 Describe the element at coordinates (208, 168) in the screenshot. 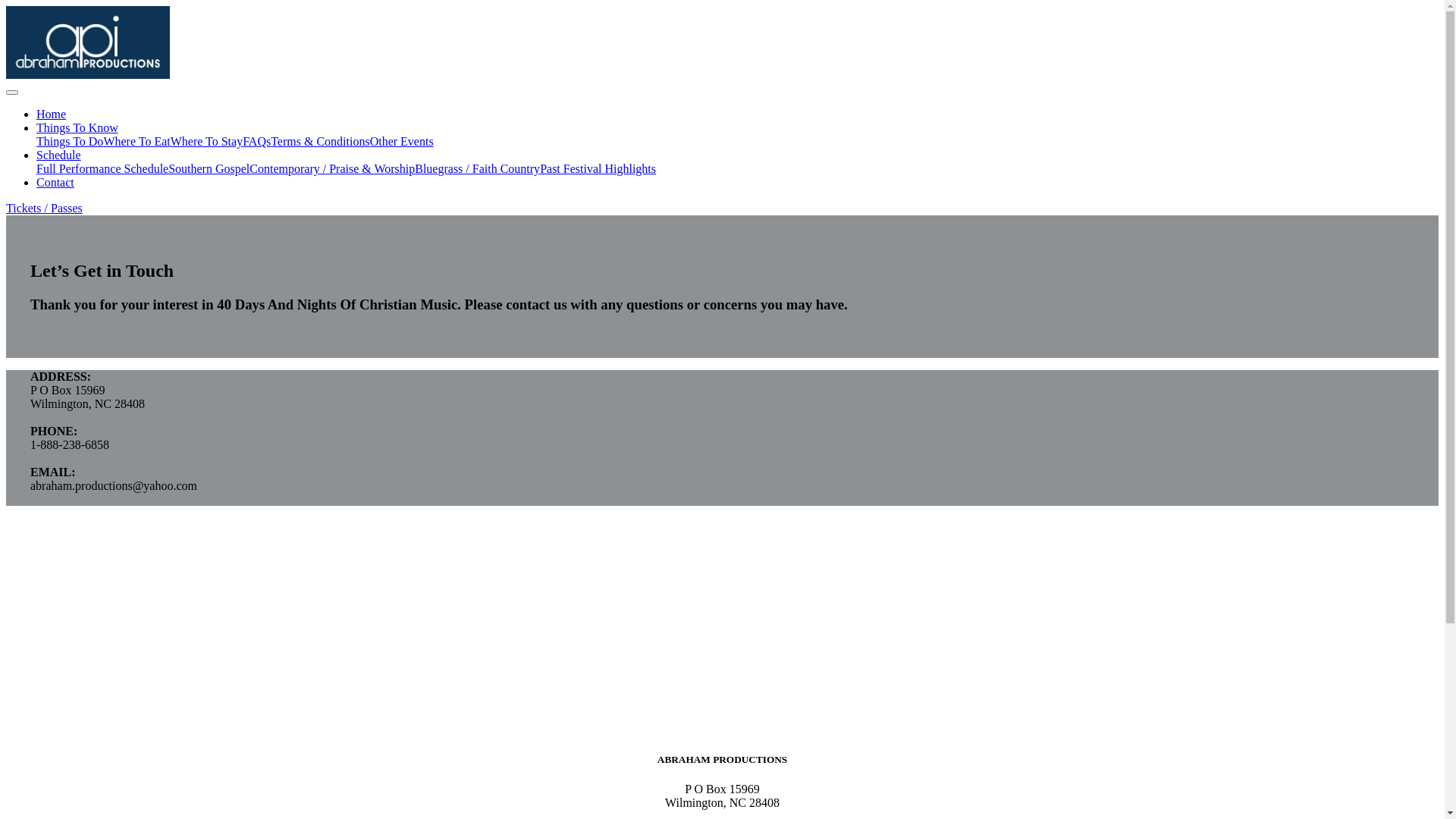

I see `'Southern Gospel'` at that location.